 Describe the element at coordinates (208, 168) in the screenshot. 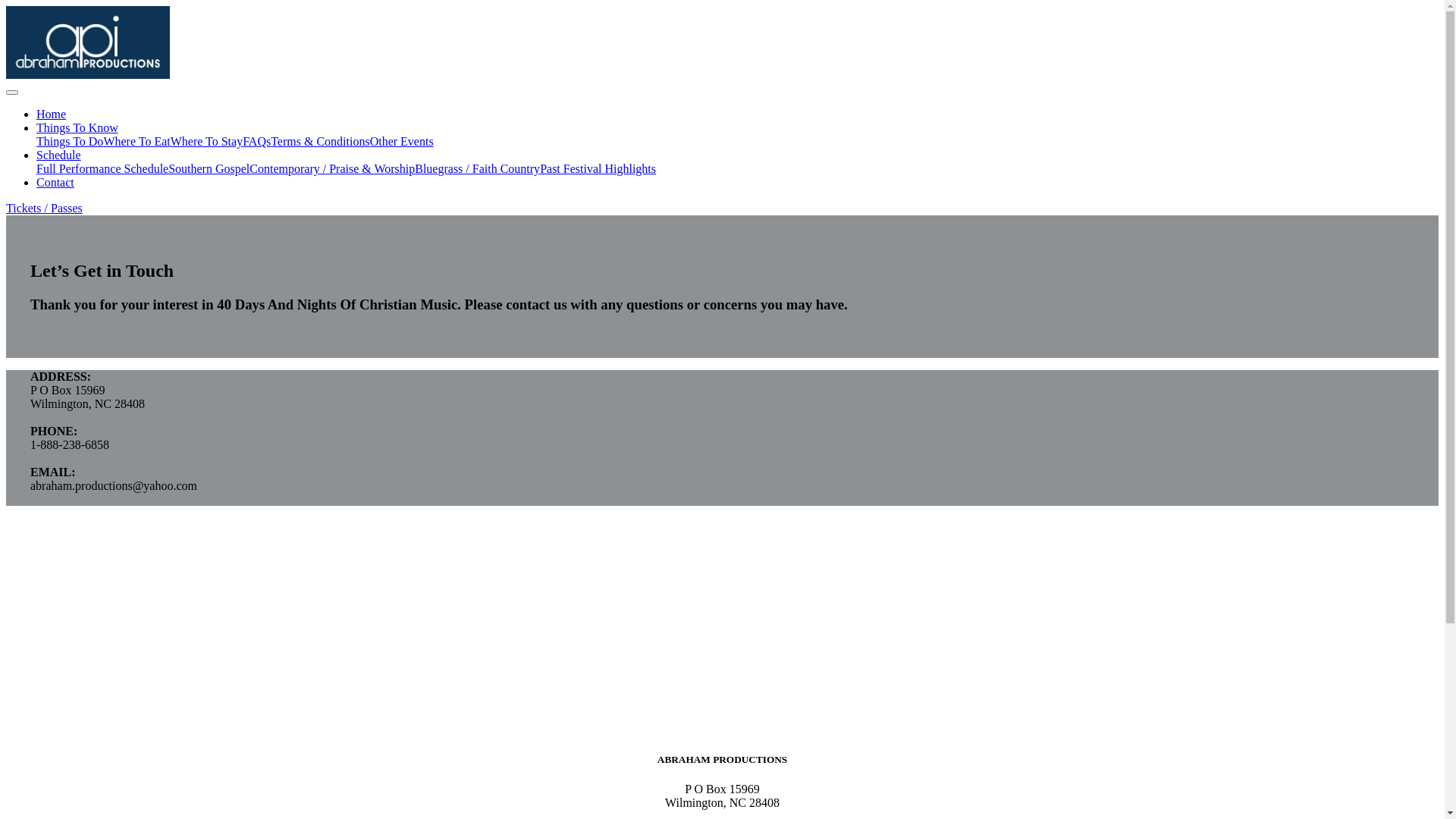

I see `'Southern Gospel'` at that location.